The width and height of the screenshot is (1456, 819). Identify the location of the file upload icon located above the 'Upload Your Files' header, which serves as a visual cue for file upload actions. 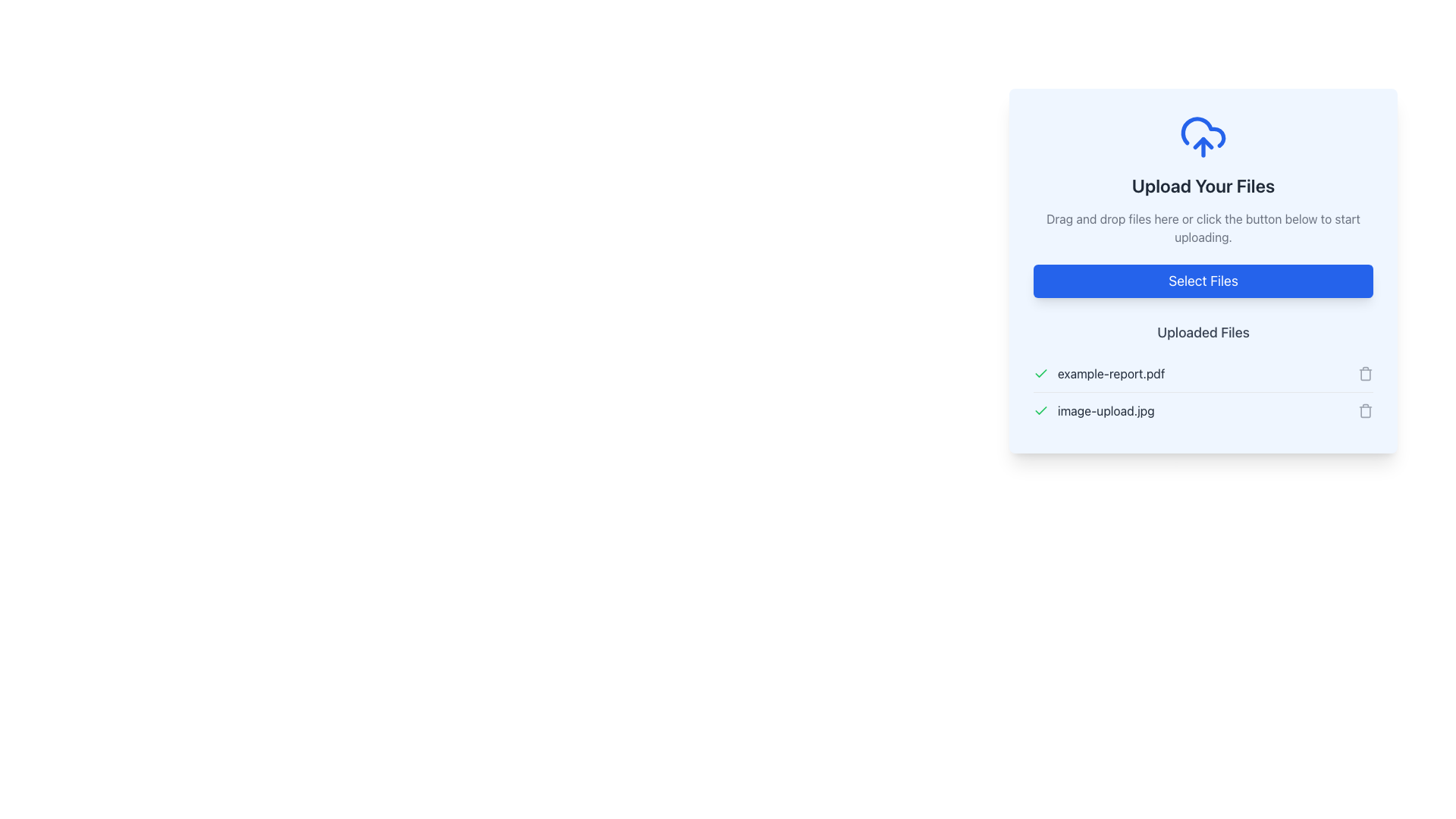
(1203, 137).